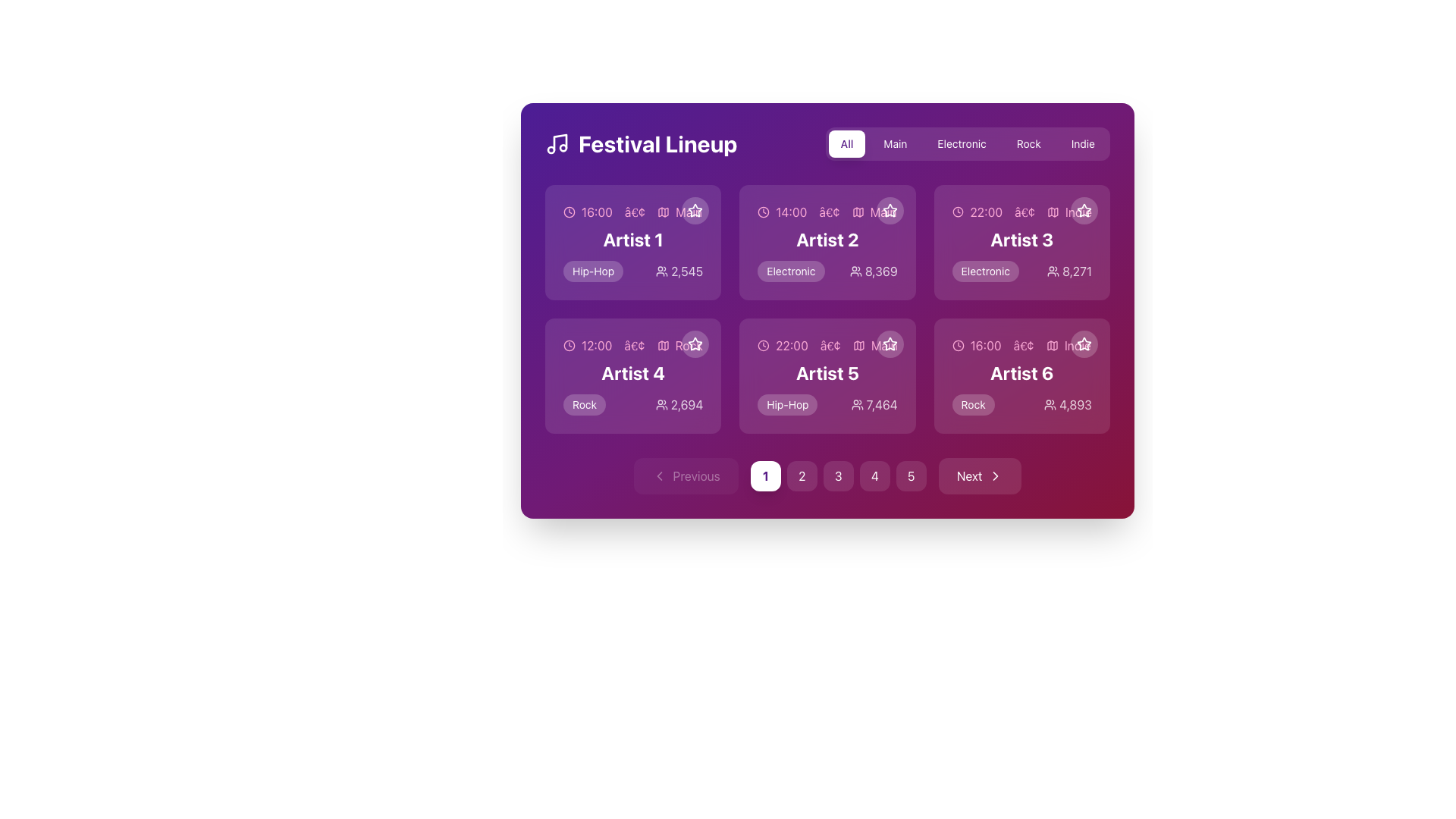  I want to click on icon representing the number of attendees for 'Artist 3' located to the left of the text '8,271' in the festival lineup panel, so click(1053, 271).